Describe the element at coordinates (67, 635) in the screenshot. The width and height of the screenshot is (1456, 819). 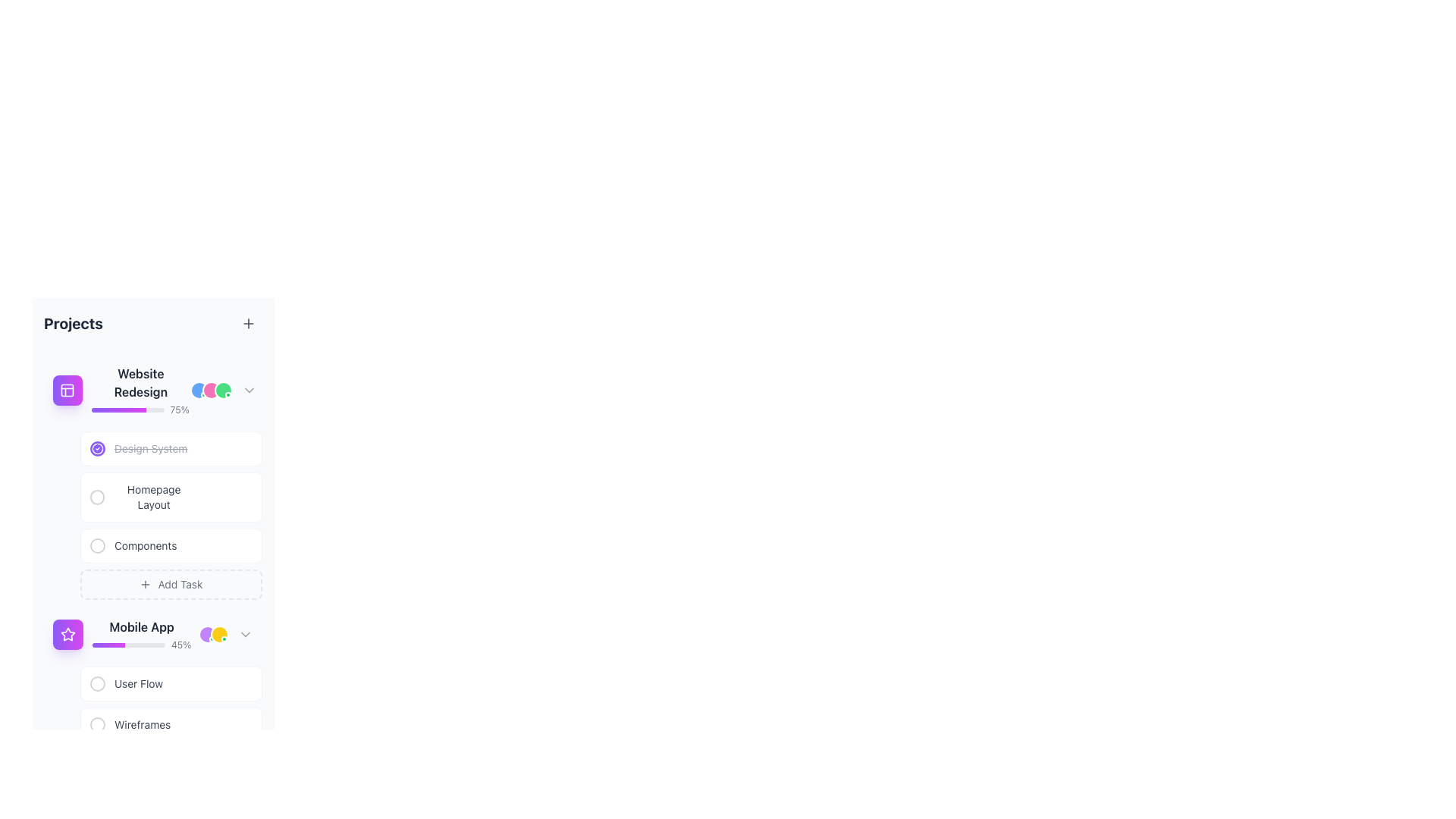
I see `the star-shaped SVG icon with a white stroke and no fill, located inside a circular purple gradient background to the left of the project title in the 'Mobile App' project entry` at that location.